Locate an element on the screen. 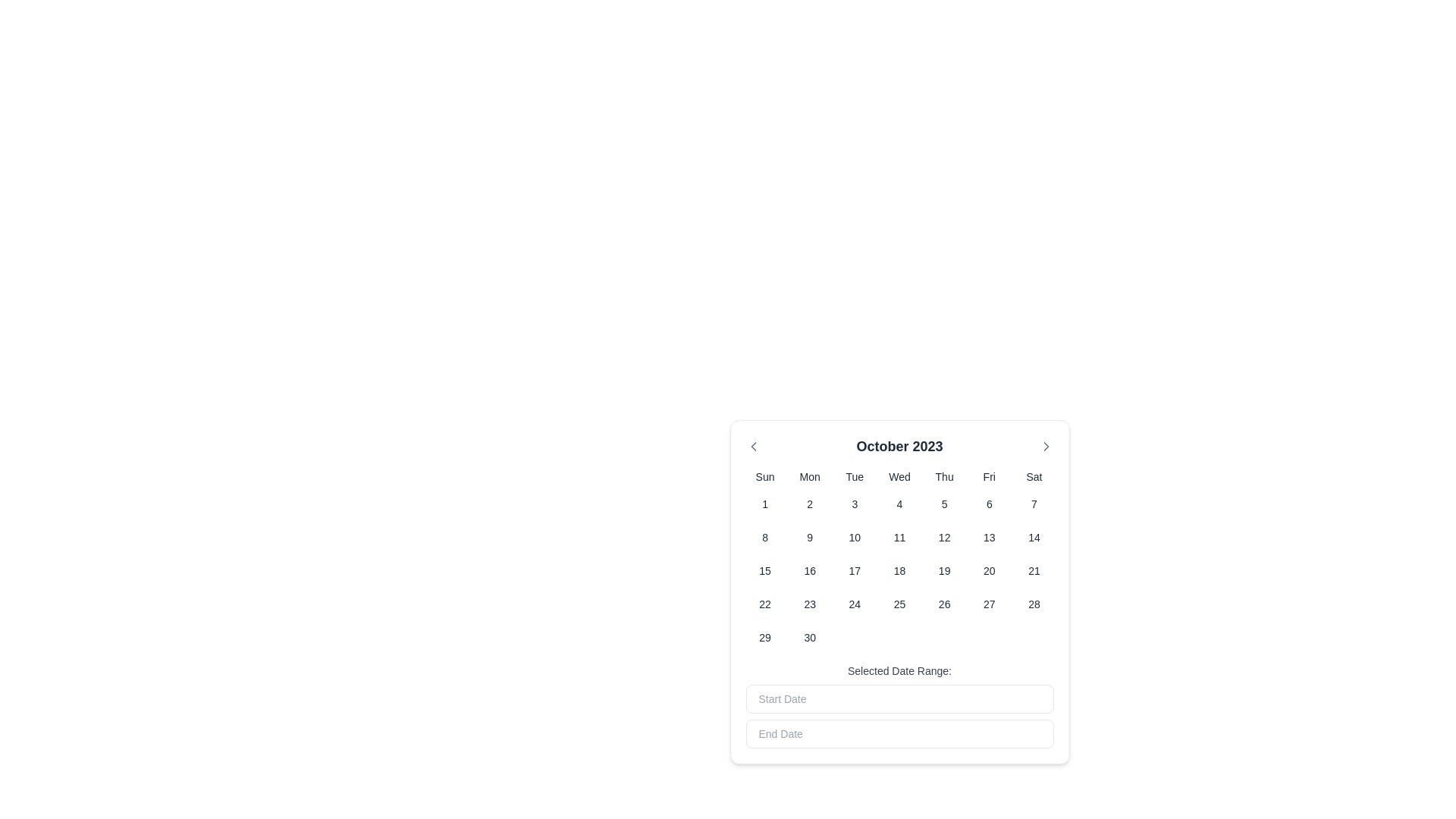  the rectangular button labeled '22' in the calendar grid is located at coordinates (765, 604).